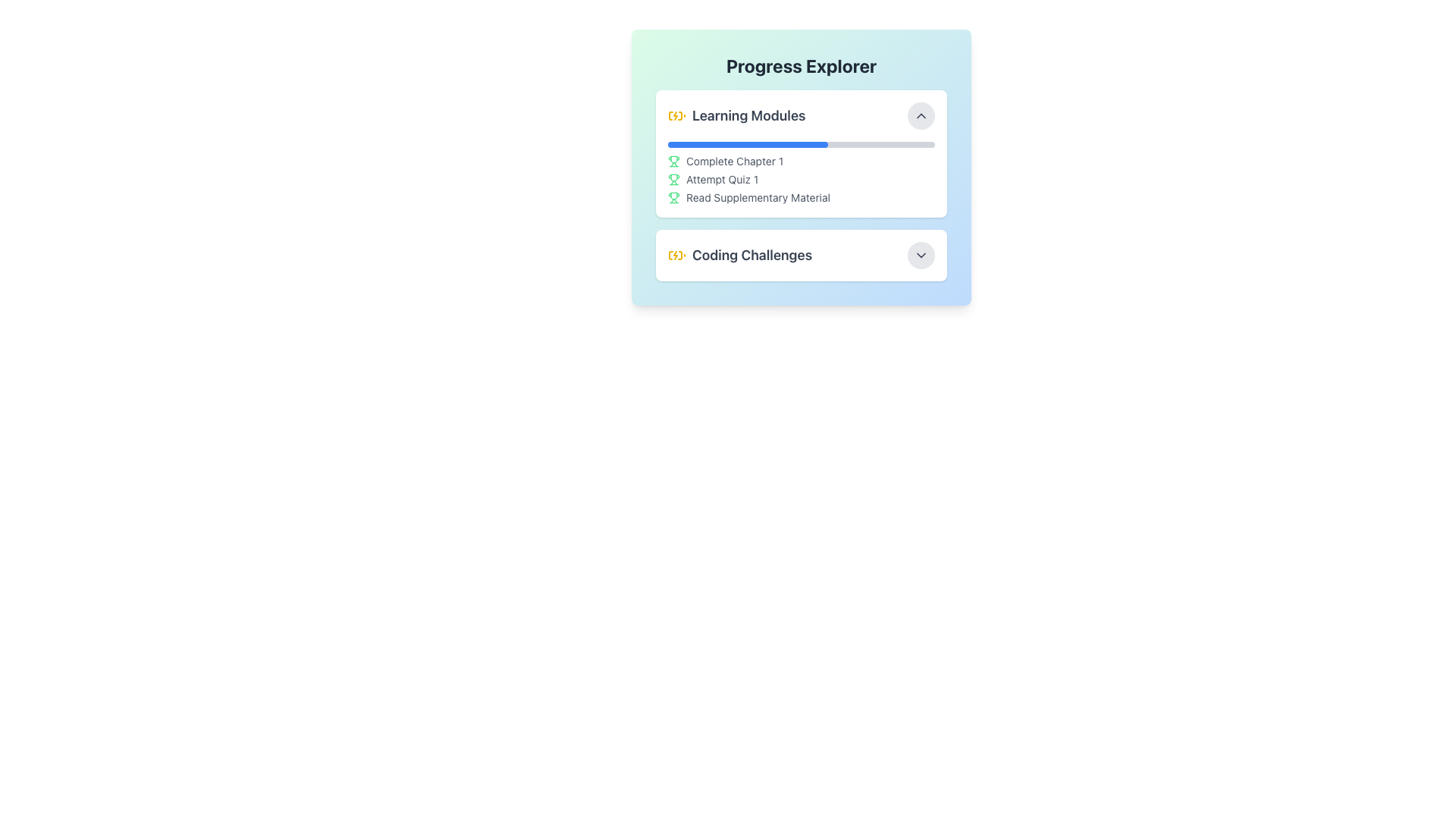  Describe the element at coordinates (800, 188) in the screenshot. I see `the 'Progress Explorer' dashboard text labels` at that location.